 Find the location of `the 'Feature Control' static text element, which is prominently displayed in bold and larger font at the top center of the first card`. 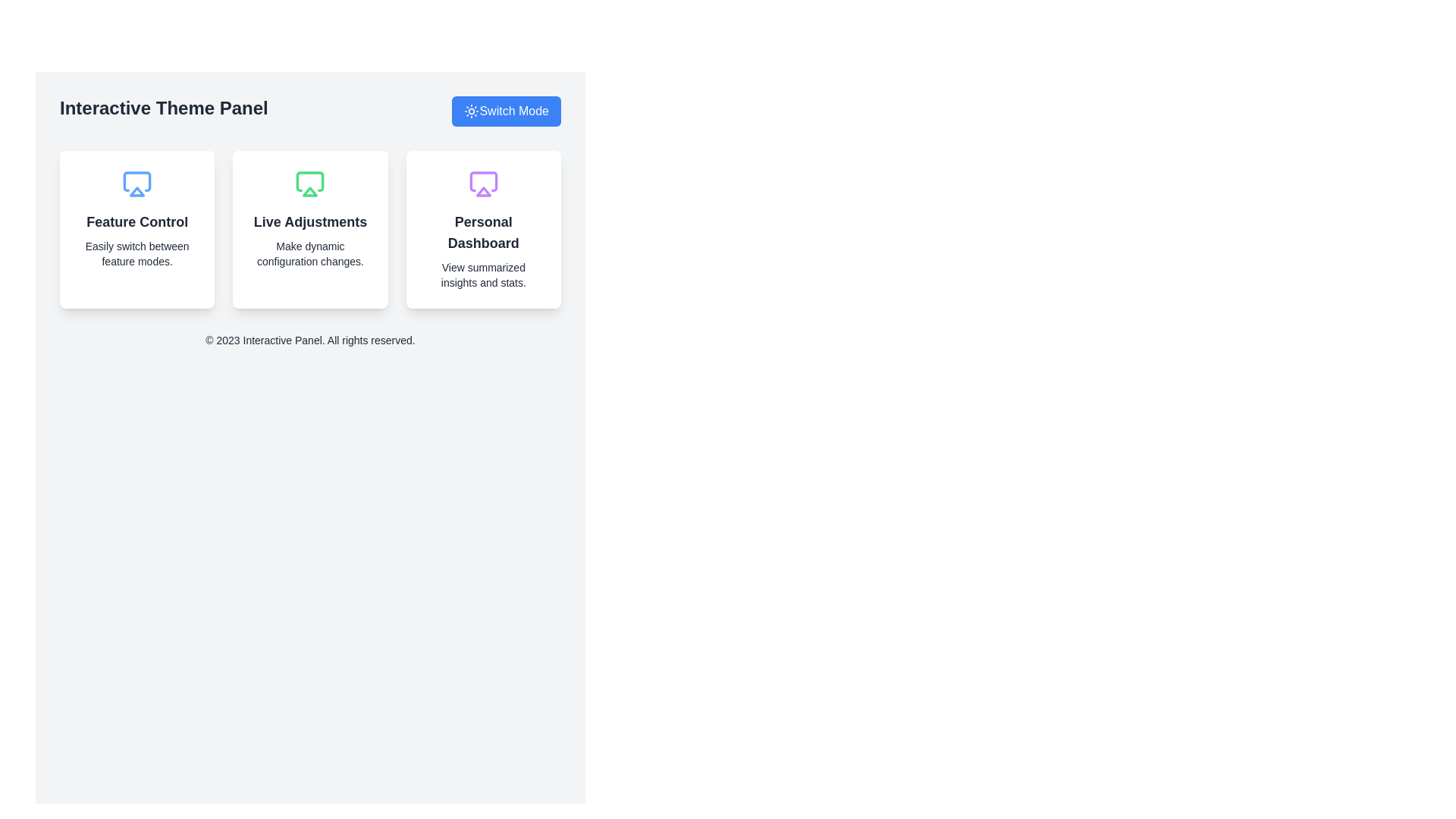

the 'Feature Control' static text element, which is prominently displayed in bold and larger font at the top center of the first card is located at coordinates (137, 222).